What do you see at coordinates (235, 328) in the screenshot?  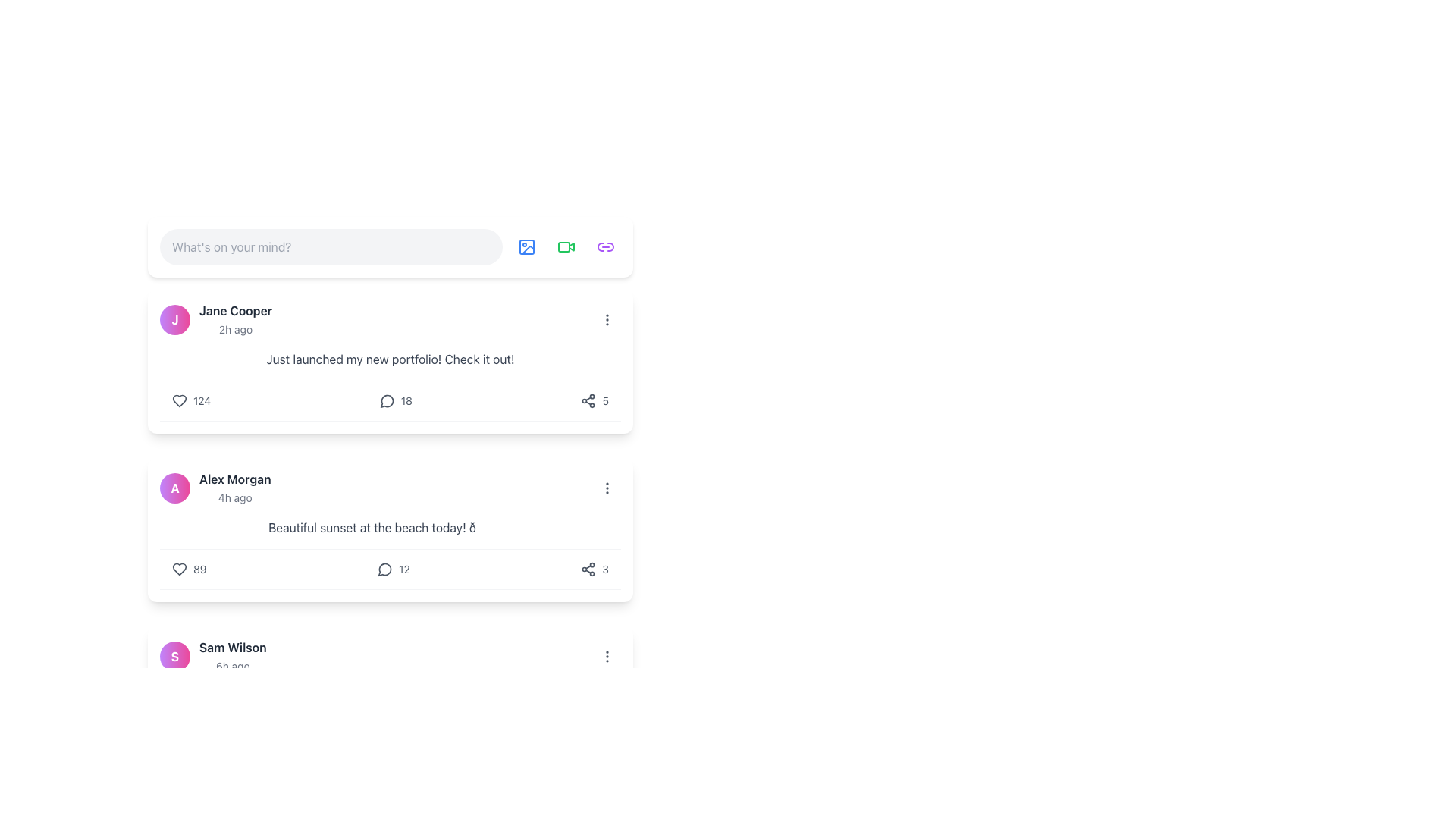 I see `time elapsed text label that displays '2h ago', which is styled in gray and positioned to the right of the name 'Jane Cooper' in a user activity post` at bounding box center [235, 328].